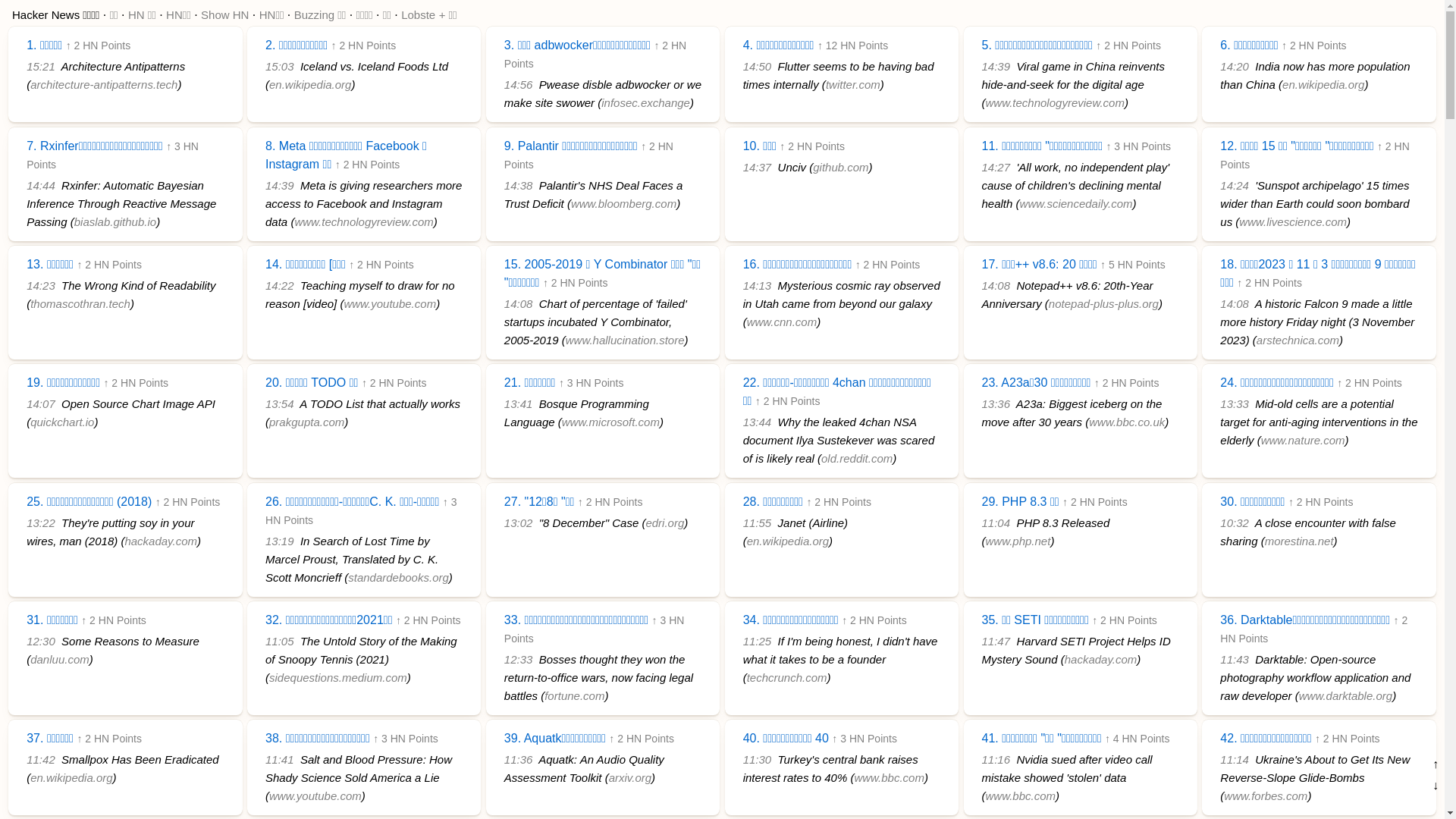  Describe the element at coordinates (400, 14) in the screenshot. I see `'Lobste'` at that location.